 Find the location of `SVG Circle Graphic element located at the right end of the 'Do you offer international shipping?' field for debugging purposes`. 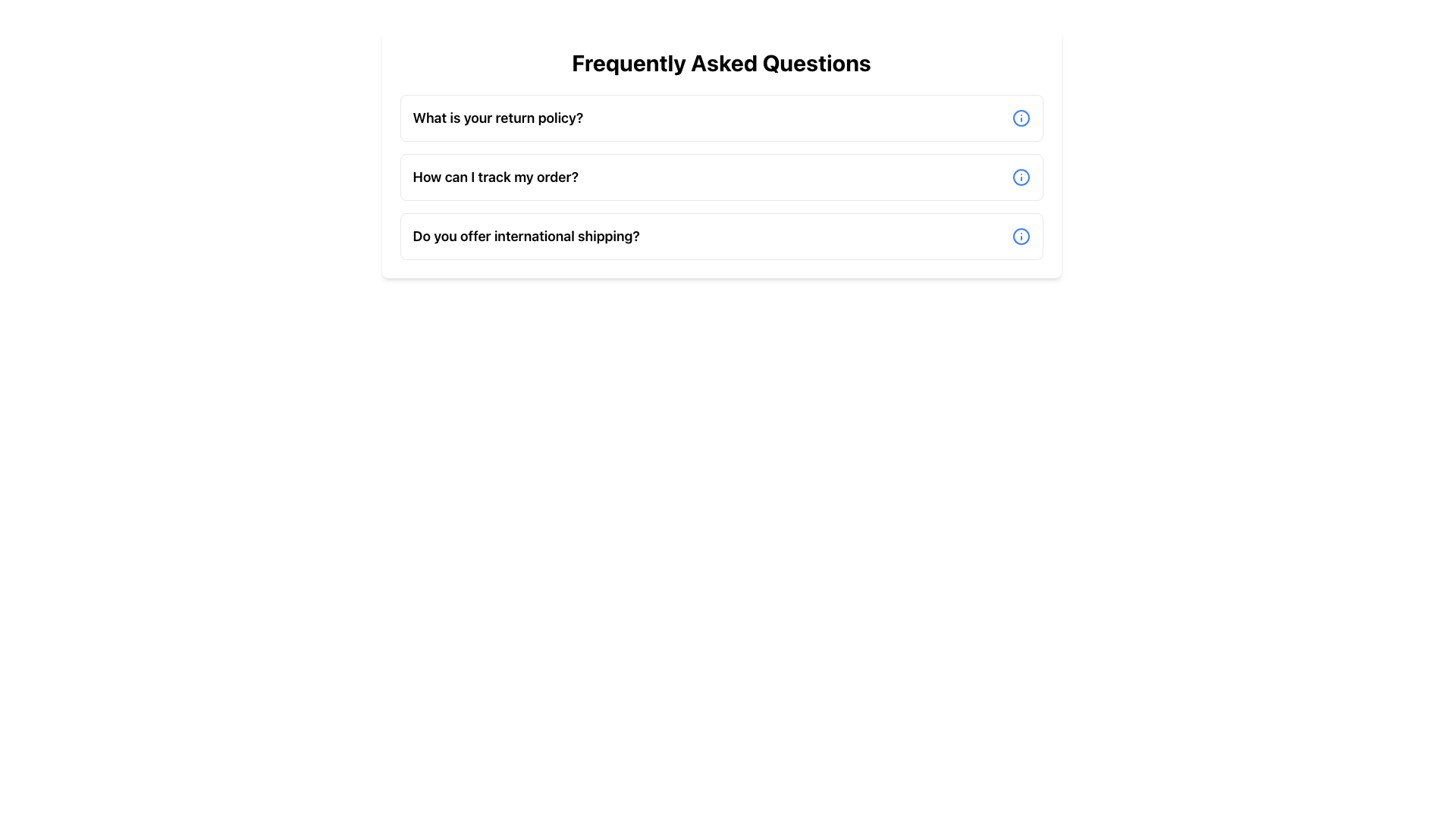

SVG Circle Graphic element located at the right end of the 'Do you offer international shipping?' field for debugging purposes is located at coordinates (1021, 237).